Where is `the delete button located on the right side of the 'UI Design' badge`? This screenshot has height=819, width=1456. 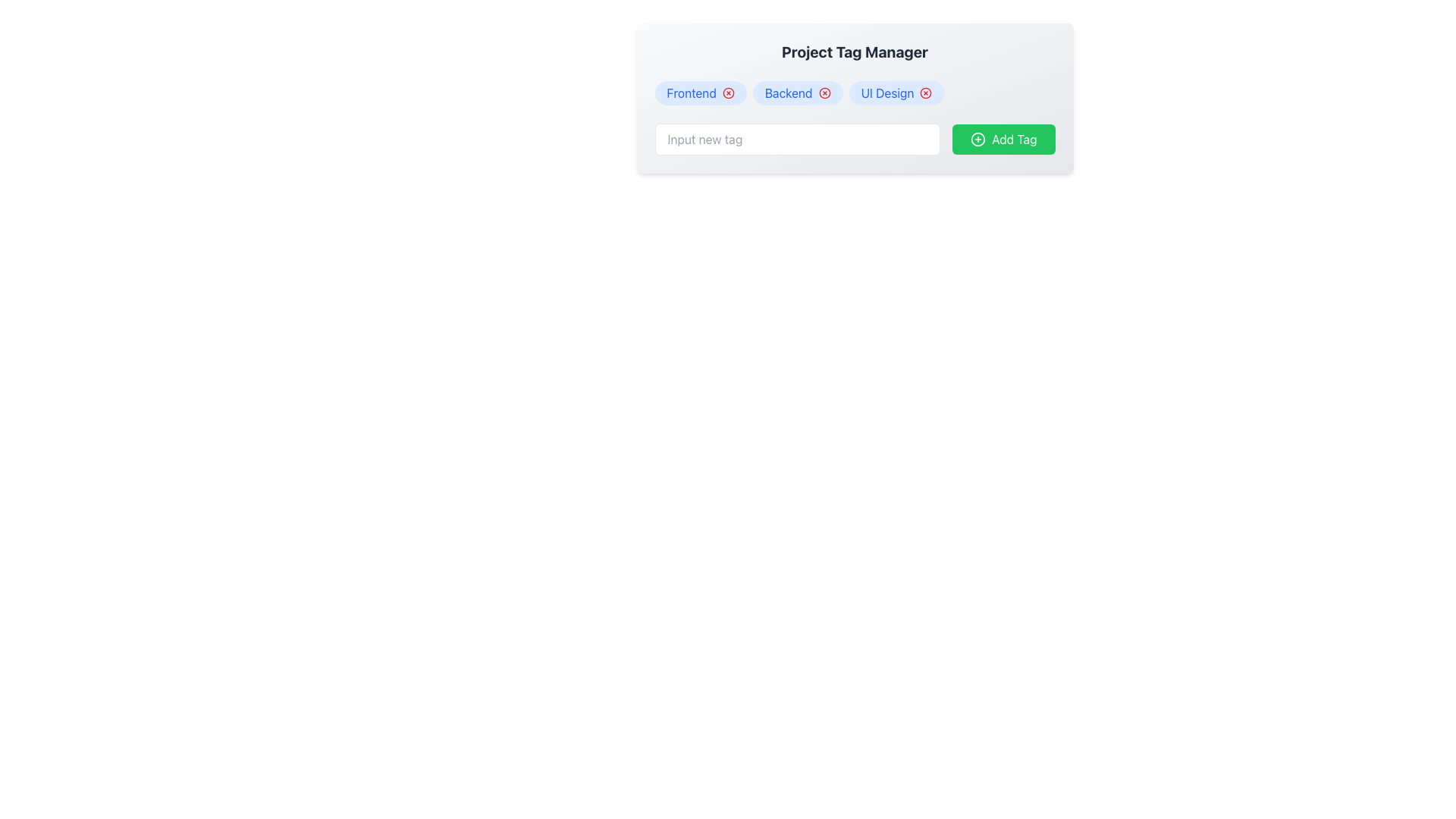 the delete button located on the right side of the 'UI Design' badge is located at coordinates (925, 93).